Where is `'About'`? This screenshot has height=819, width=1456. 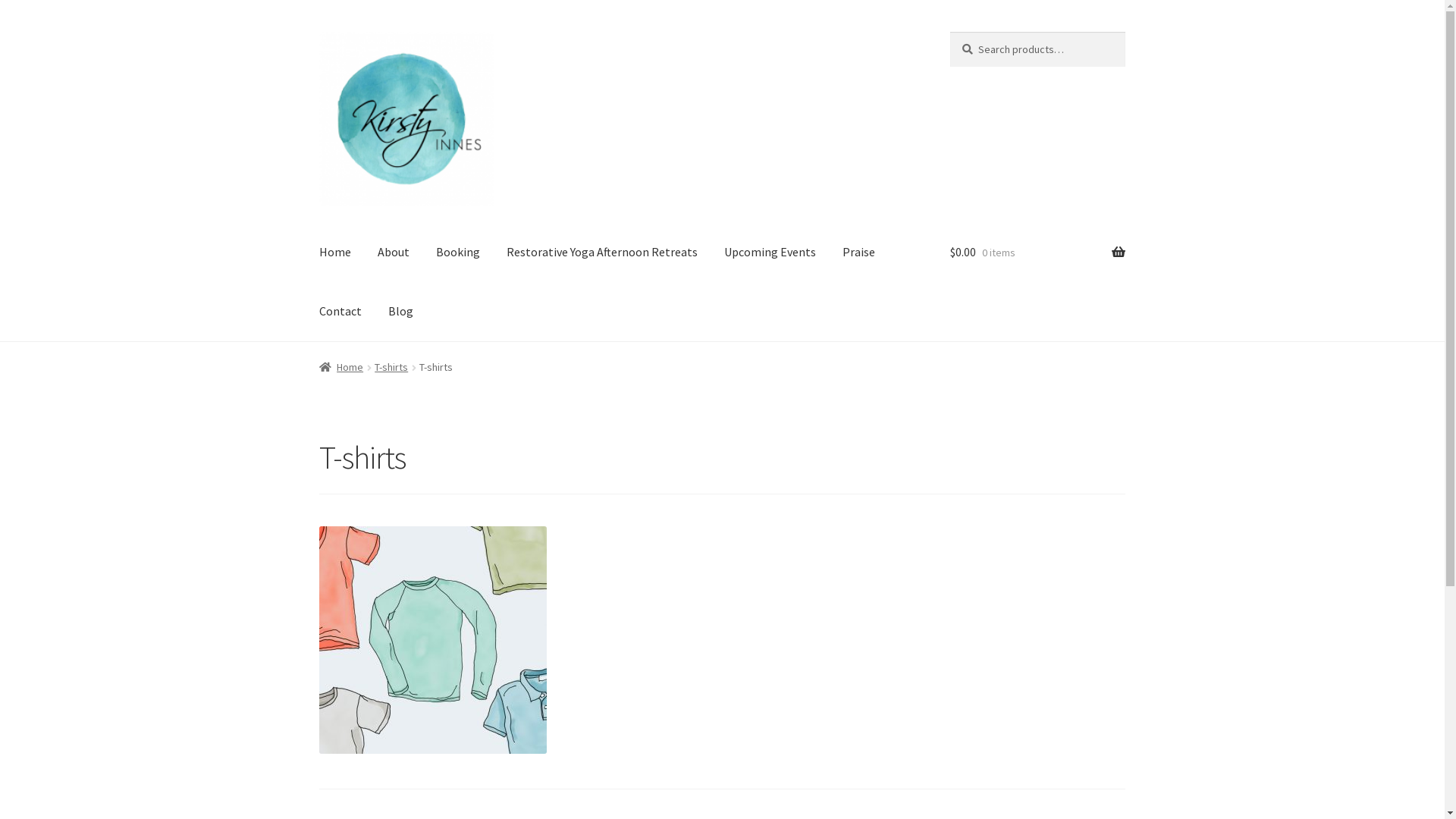 'About' is located at coordinates (393, 253).